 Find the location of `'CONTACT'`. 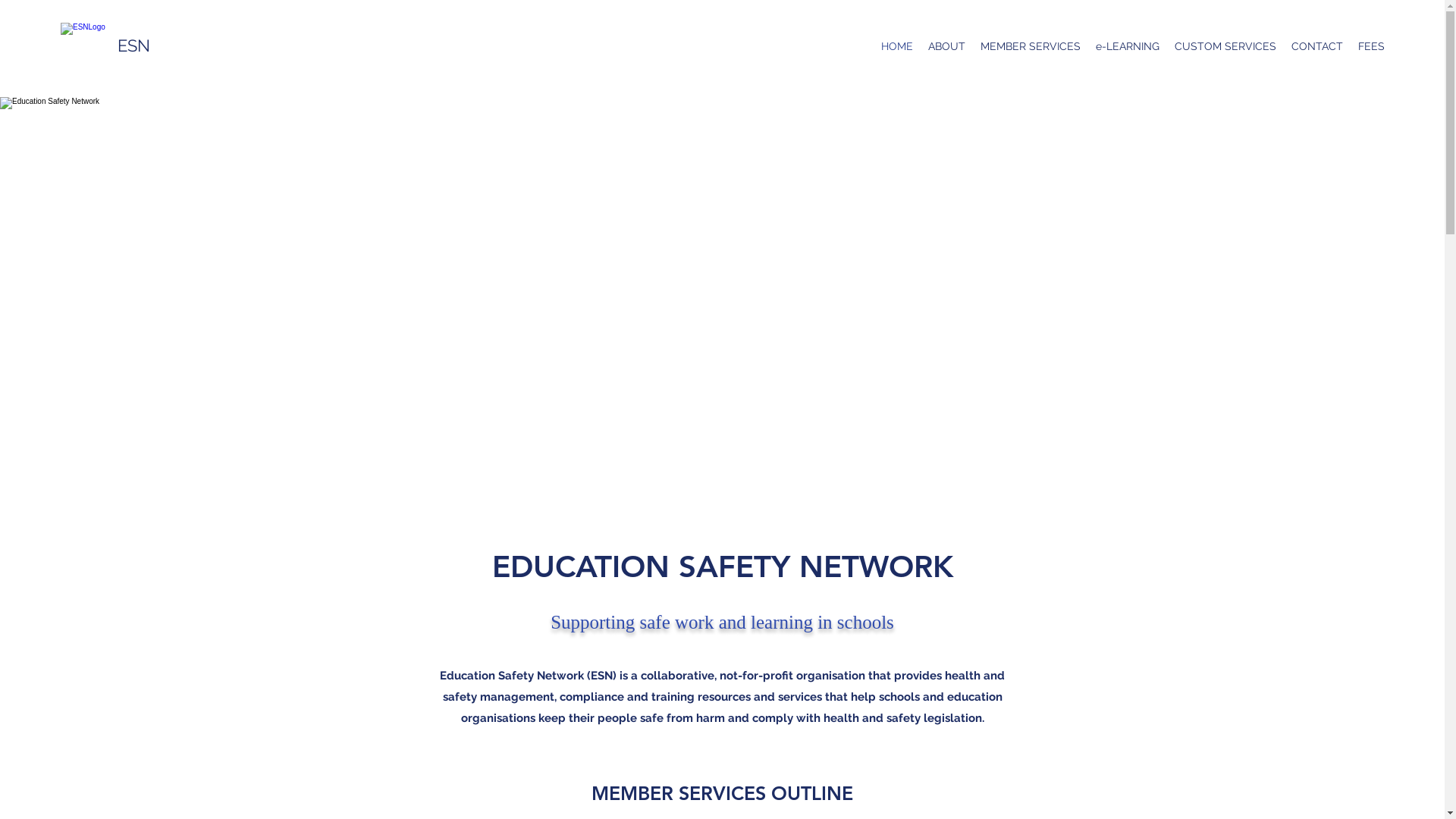

'CONTACT' is located at coordinates (1316, 45).